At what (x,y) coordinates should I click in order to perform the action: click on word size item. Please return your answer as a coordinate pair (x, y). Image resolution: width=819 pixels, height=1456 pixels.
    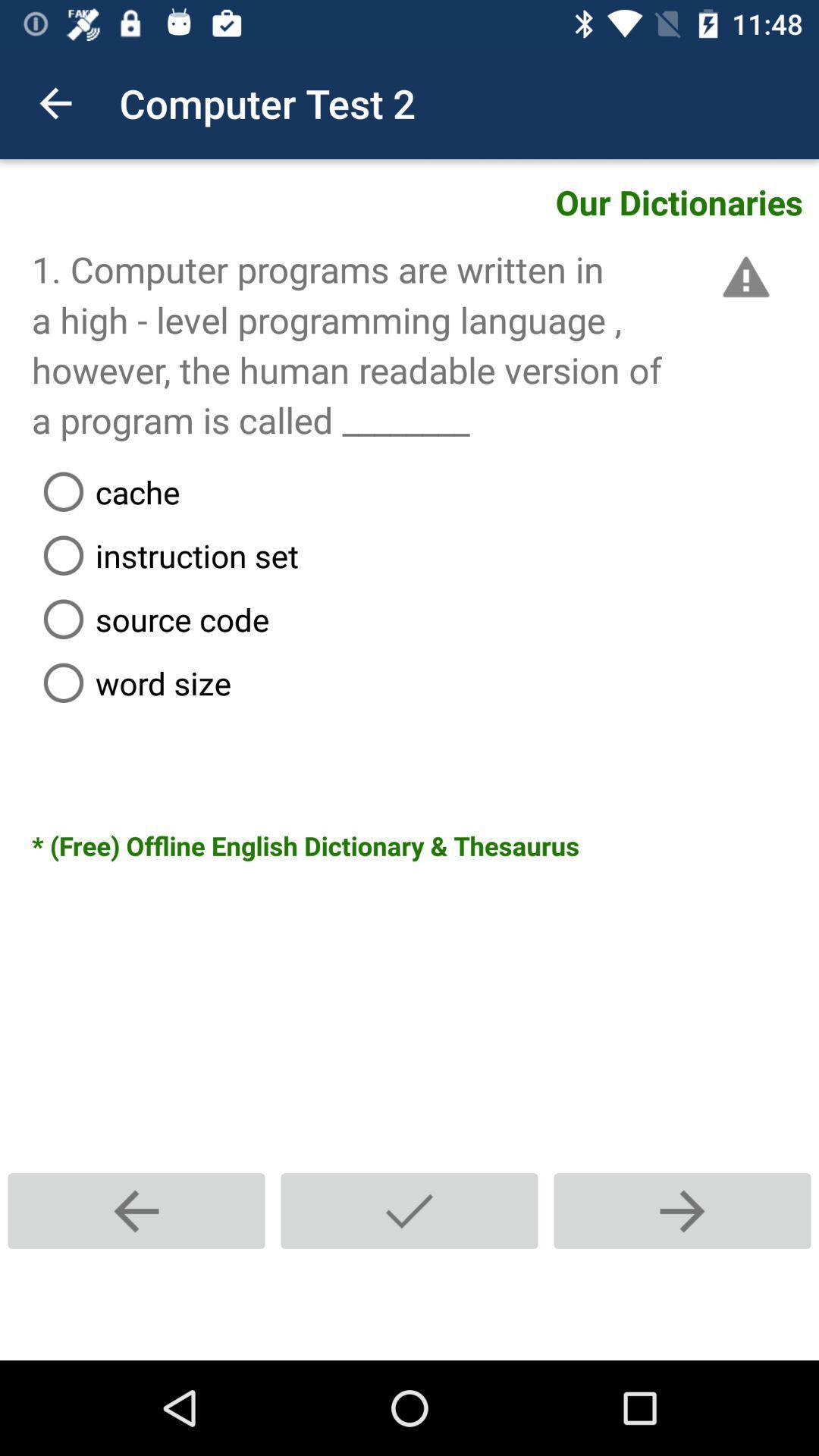
    Looking at the image, I should click on (425, 682).